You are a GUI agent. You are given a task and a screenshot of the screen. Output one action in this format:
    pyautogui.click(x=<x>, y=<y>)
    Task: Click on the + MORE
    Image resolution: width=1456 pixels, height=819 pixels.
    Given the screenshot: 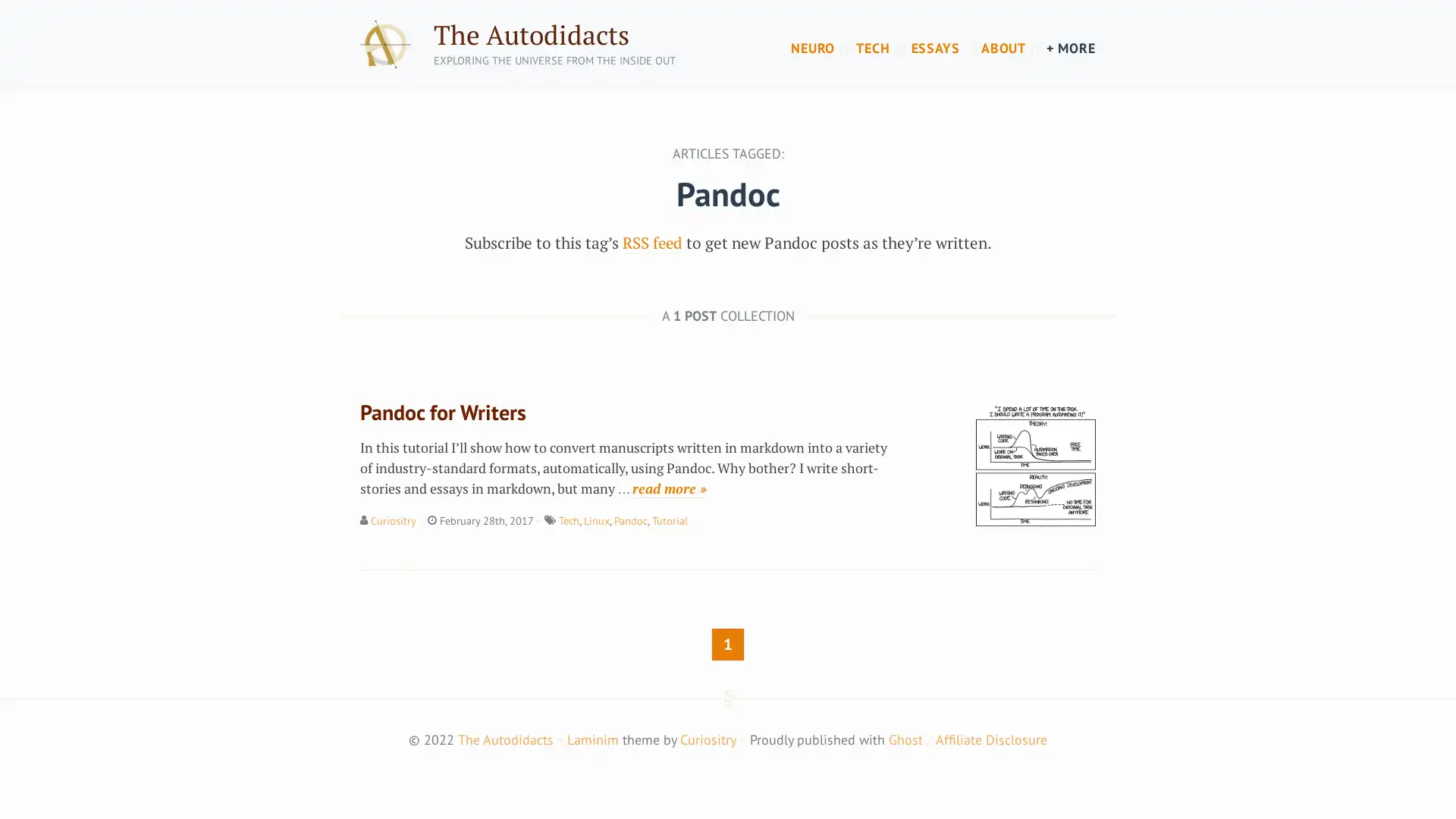 What is the action you would take?
    pyautogui.click(x=1068, y=46)
    